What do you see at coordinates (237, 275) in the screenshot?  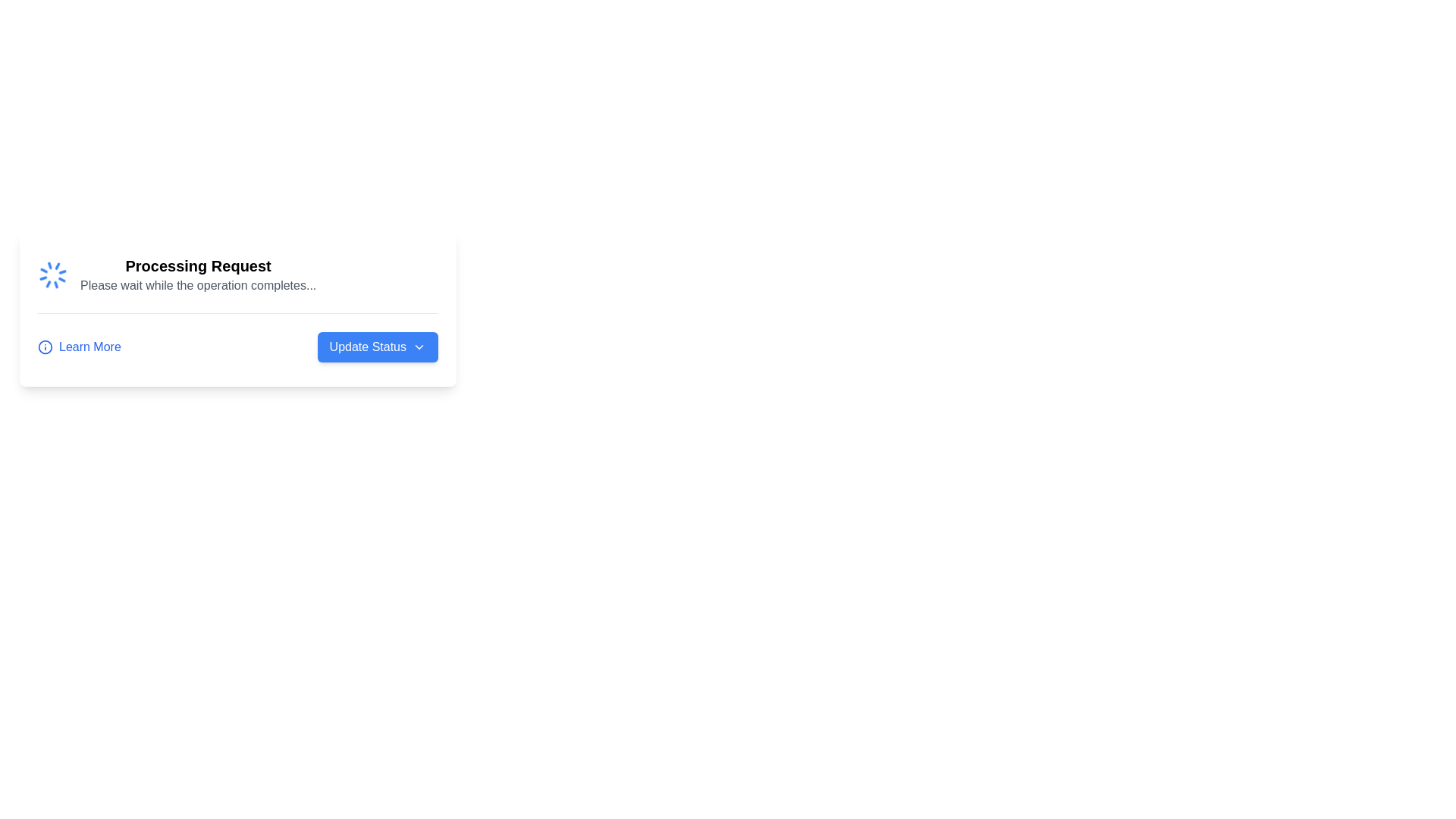 I see `status message displayed in the Status indicator section, which shows a spinning loader icon followed by the text 'Processing Request' and 'Please wait while the operation completes...'` at bounding box center [237, 275].